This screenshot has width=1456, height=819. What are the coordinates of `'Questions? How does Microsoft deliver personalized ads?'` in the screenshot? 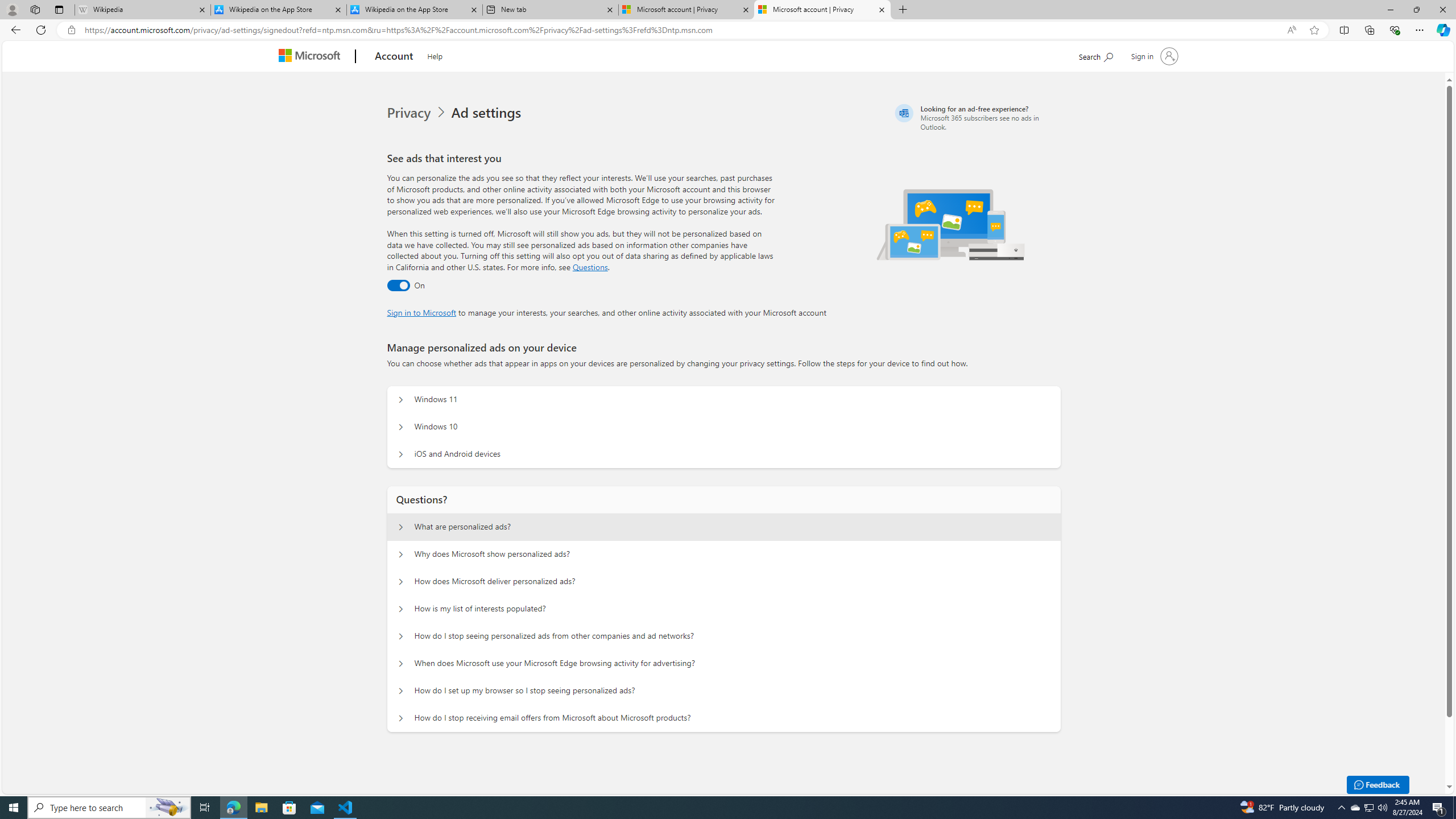 It's located at (401, 581).